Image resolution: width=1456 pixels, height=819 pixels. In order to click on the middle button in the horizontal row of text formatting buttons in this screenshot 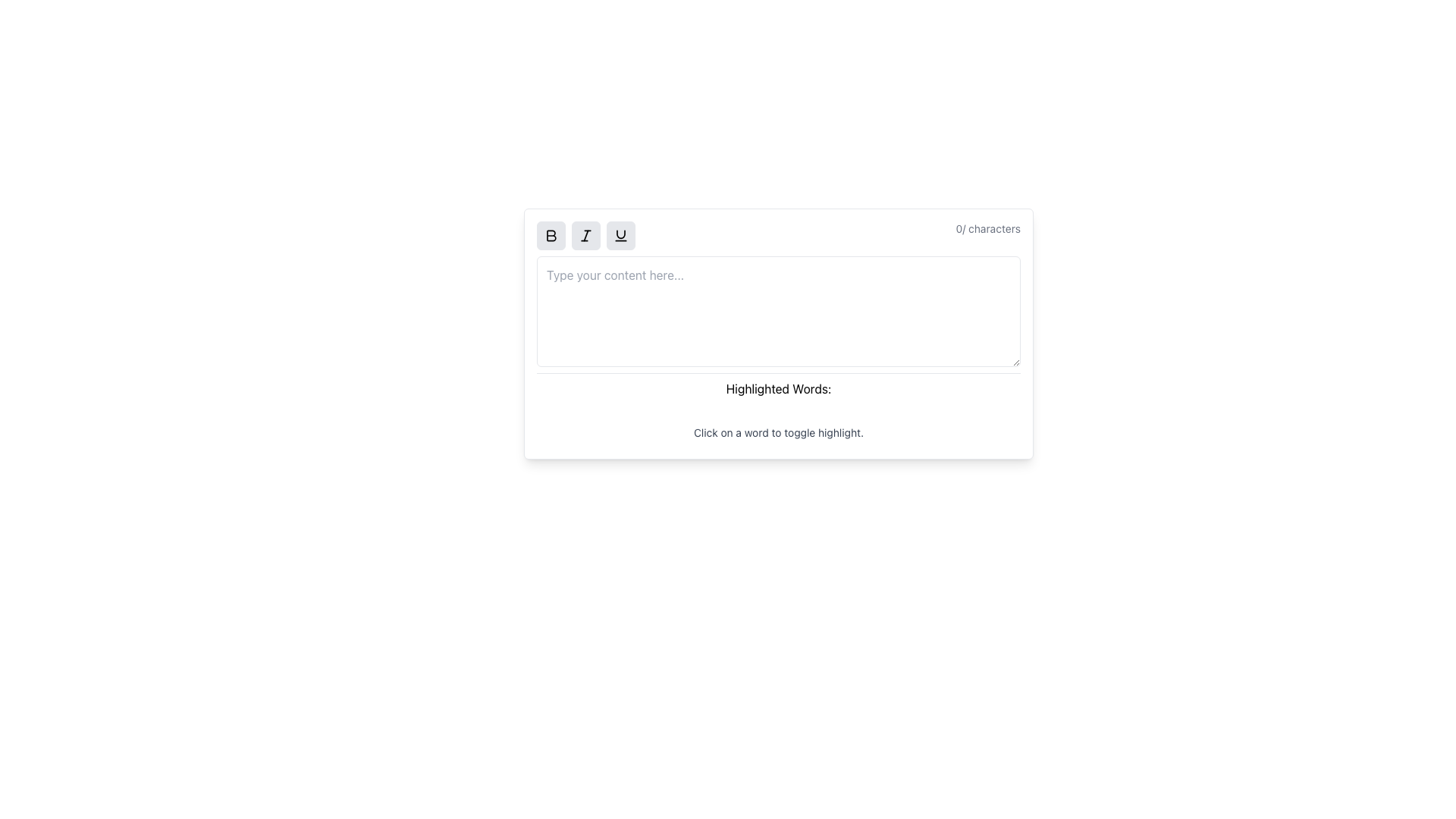, I will do `click(585, 236)`.